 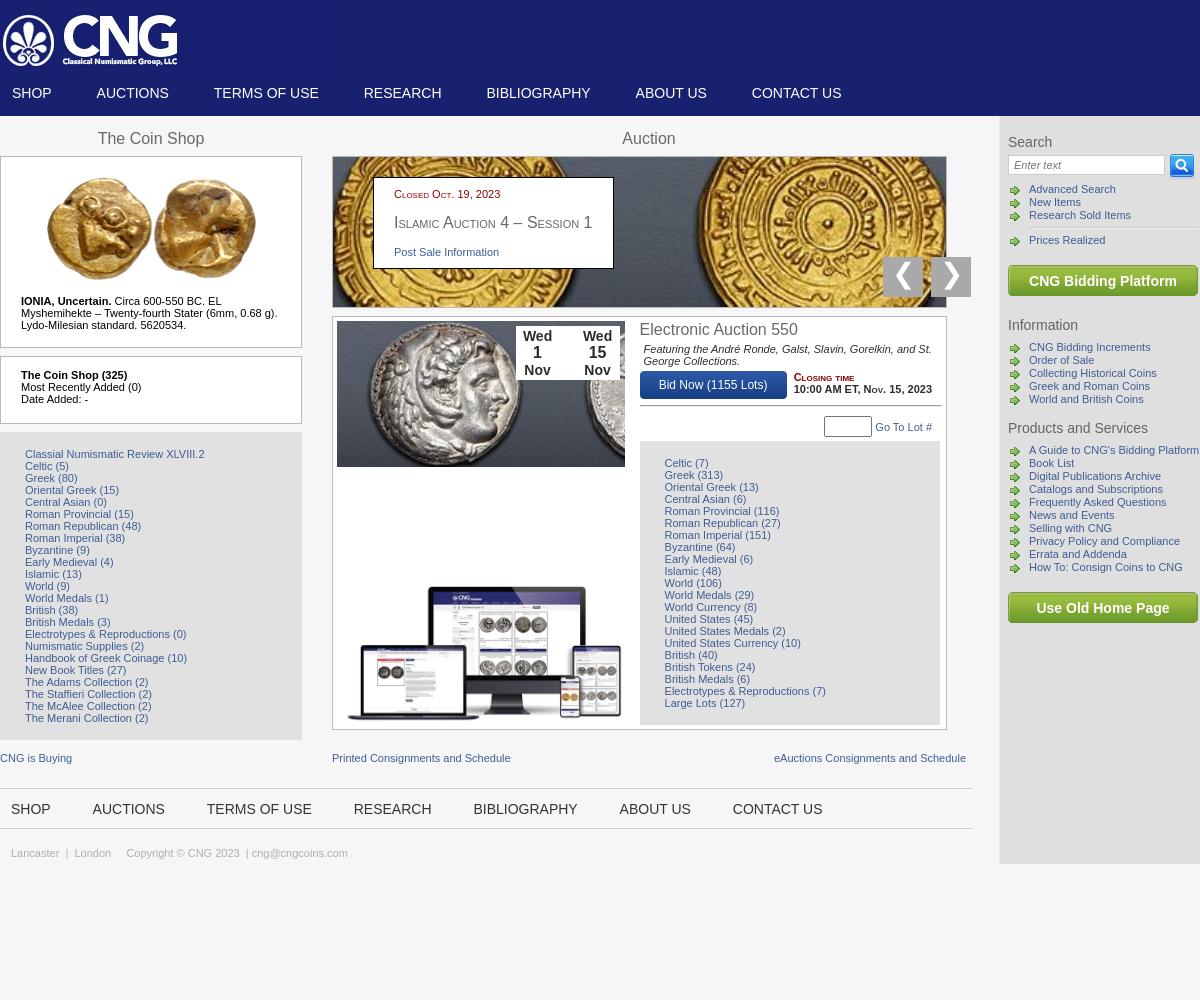 What do you see at coordinates (1094, 488) in the screenshot?
I see `'Catalogs and Subscriptions'` at bounding box center [1094, 488].